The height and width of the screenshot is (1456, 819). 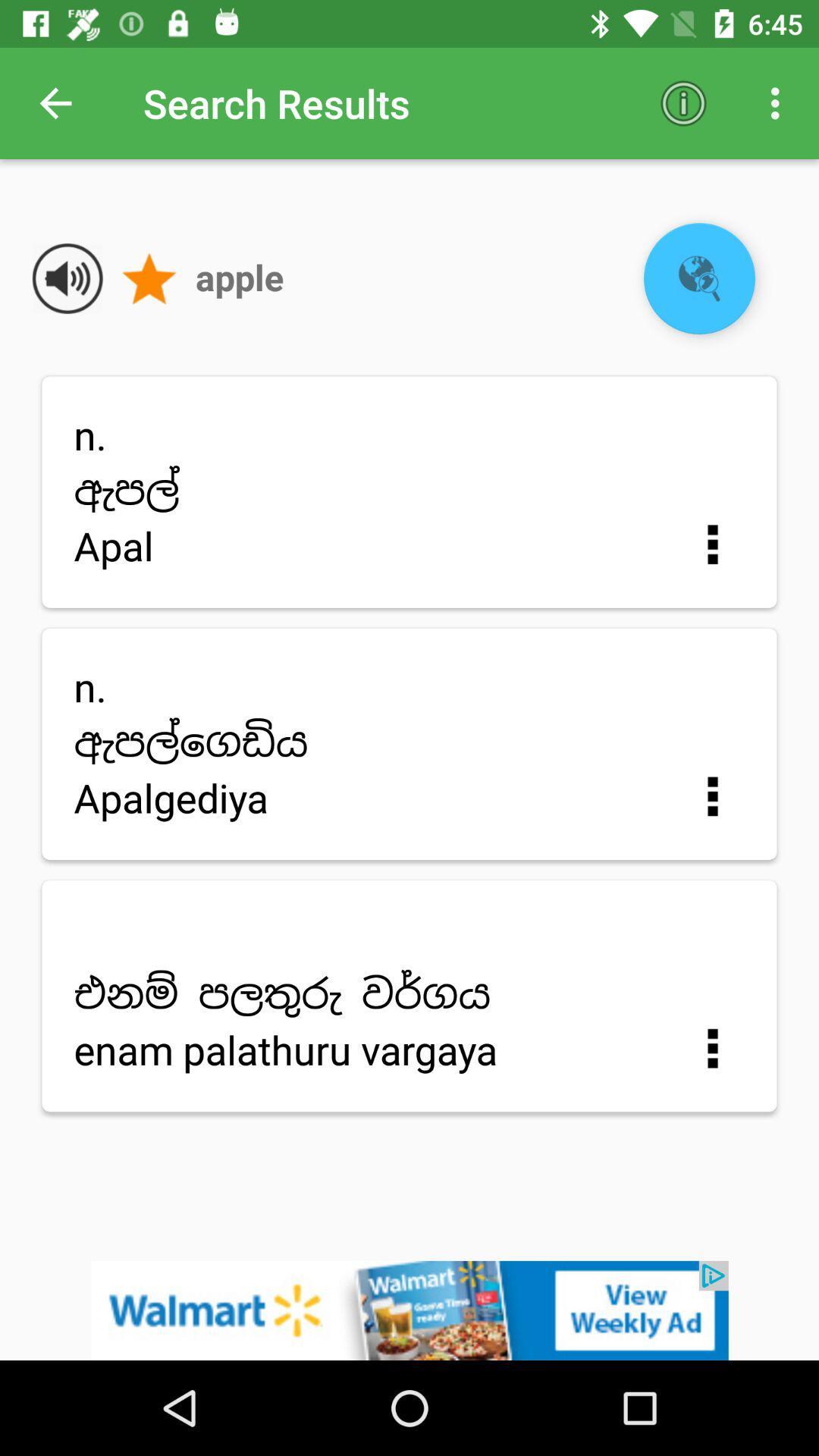 What do you see at coordinates (67, 278) in the screenshot?
I see `the volume icon` at bounding box center [67, 278].